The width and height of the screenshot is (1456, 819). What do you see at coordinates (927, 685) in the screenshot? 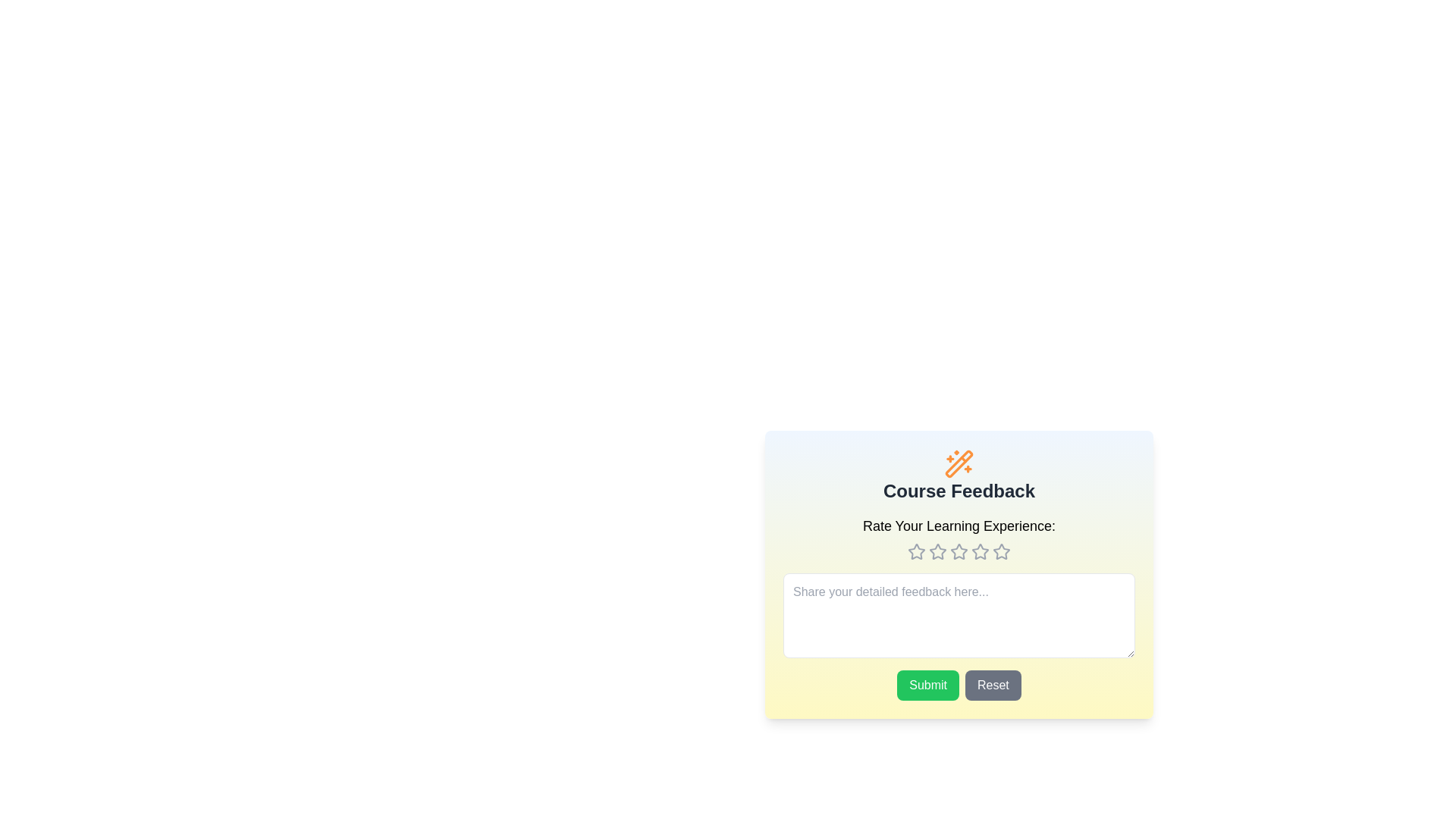
I see `the 'Submit' button to submit the feedback` at bounding box center [927, 685].